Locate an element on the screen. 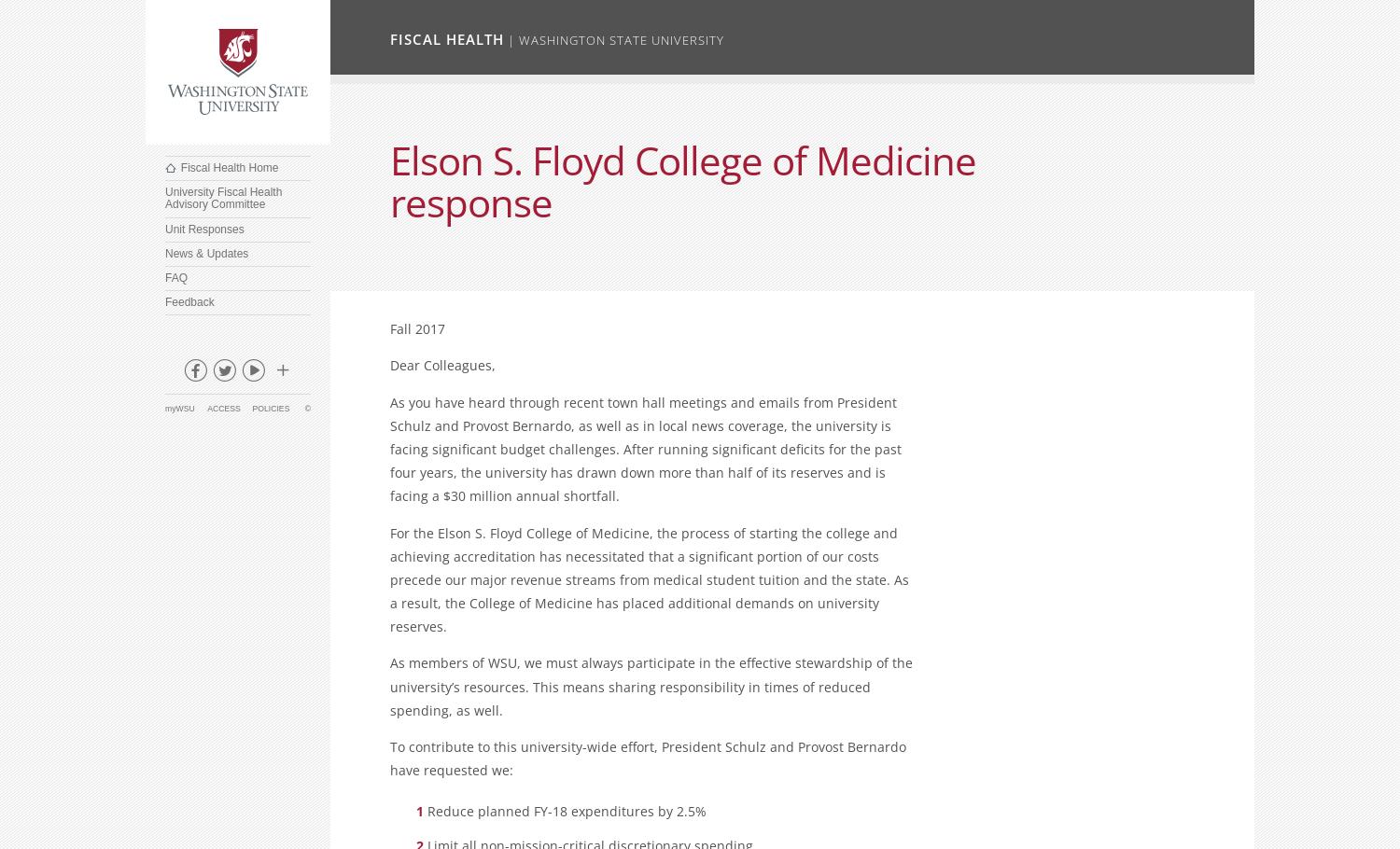  'Fall 2017' is located at coordinates (416, 327).